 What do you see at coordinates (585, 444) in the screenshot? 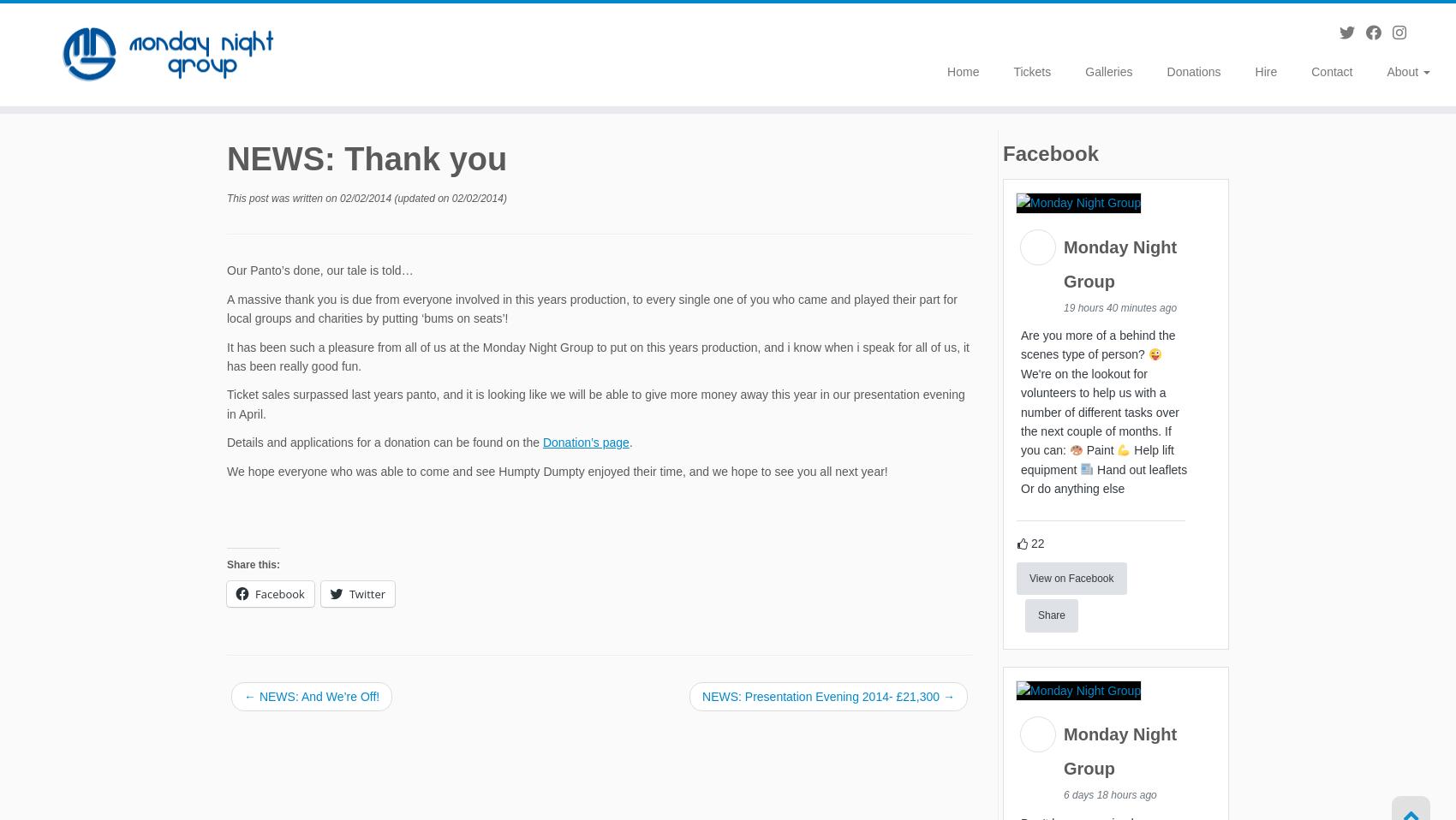
I see `'Donation’s page'` at bounding box center [585, 444].